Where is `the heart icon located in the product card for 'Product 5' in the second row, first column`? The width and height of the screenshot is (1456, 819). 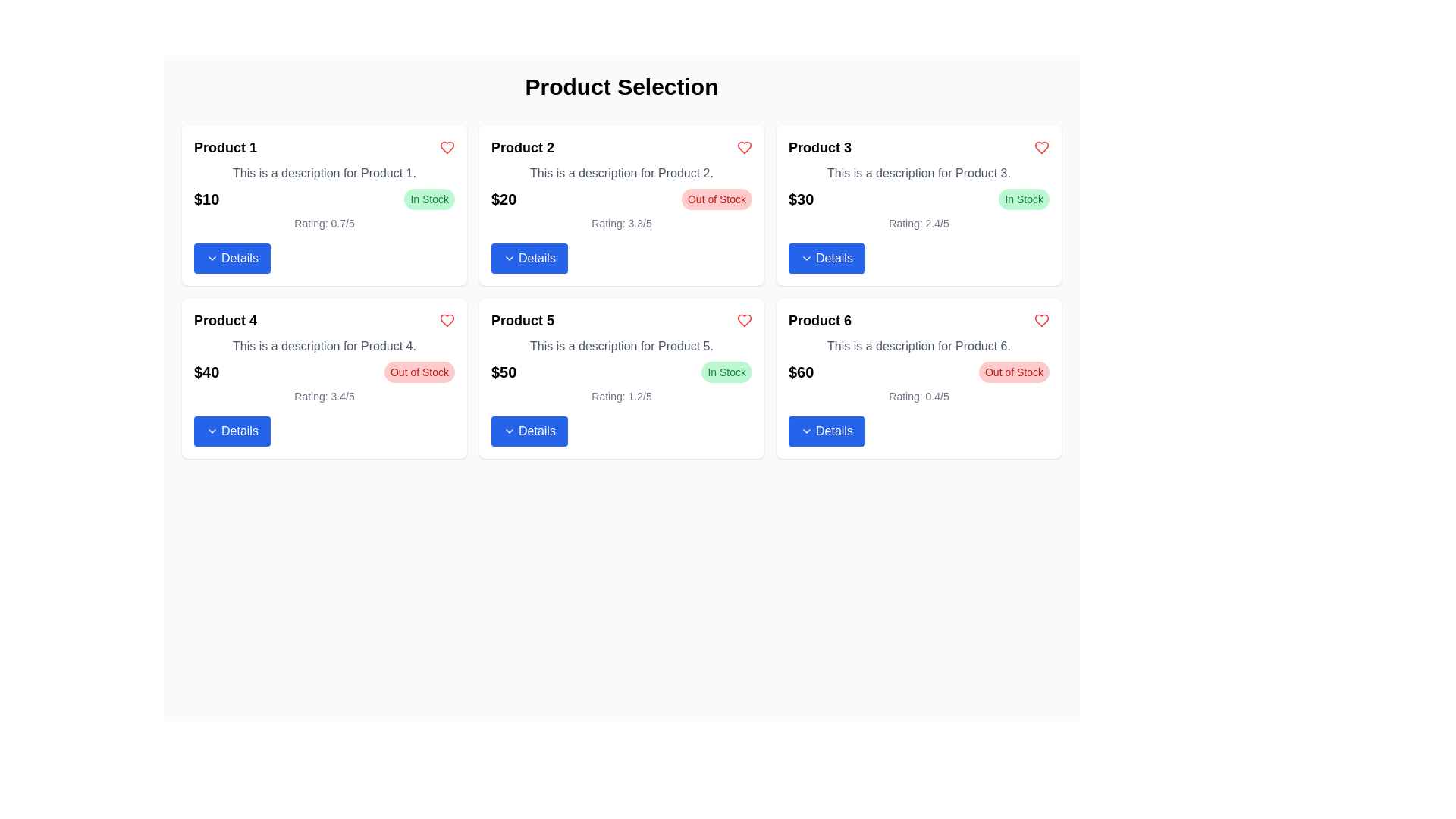 the heart icon located in the product card for 'Product 5' in the second row, first column is located at coordinates (745, 320).